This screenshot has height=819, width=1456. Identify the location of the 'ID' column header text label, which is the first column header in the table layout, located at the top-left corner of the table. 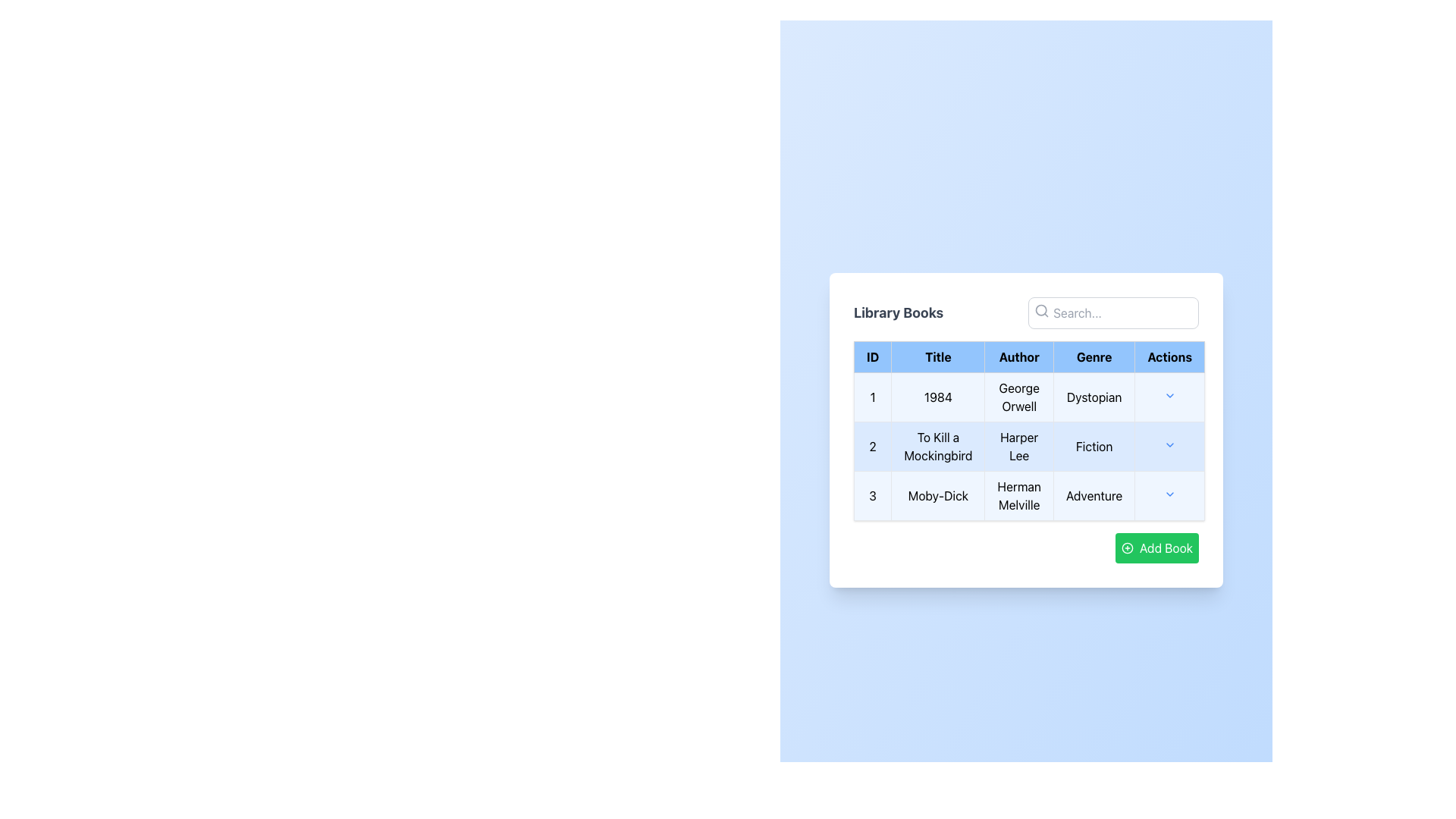
(873, 356).